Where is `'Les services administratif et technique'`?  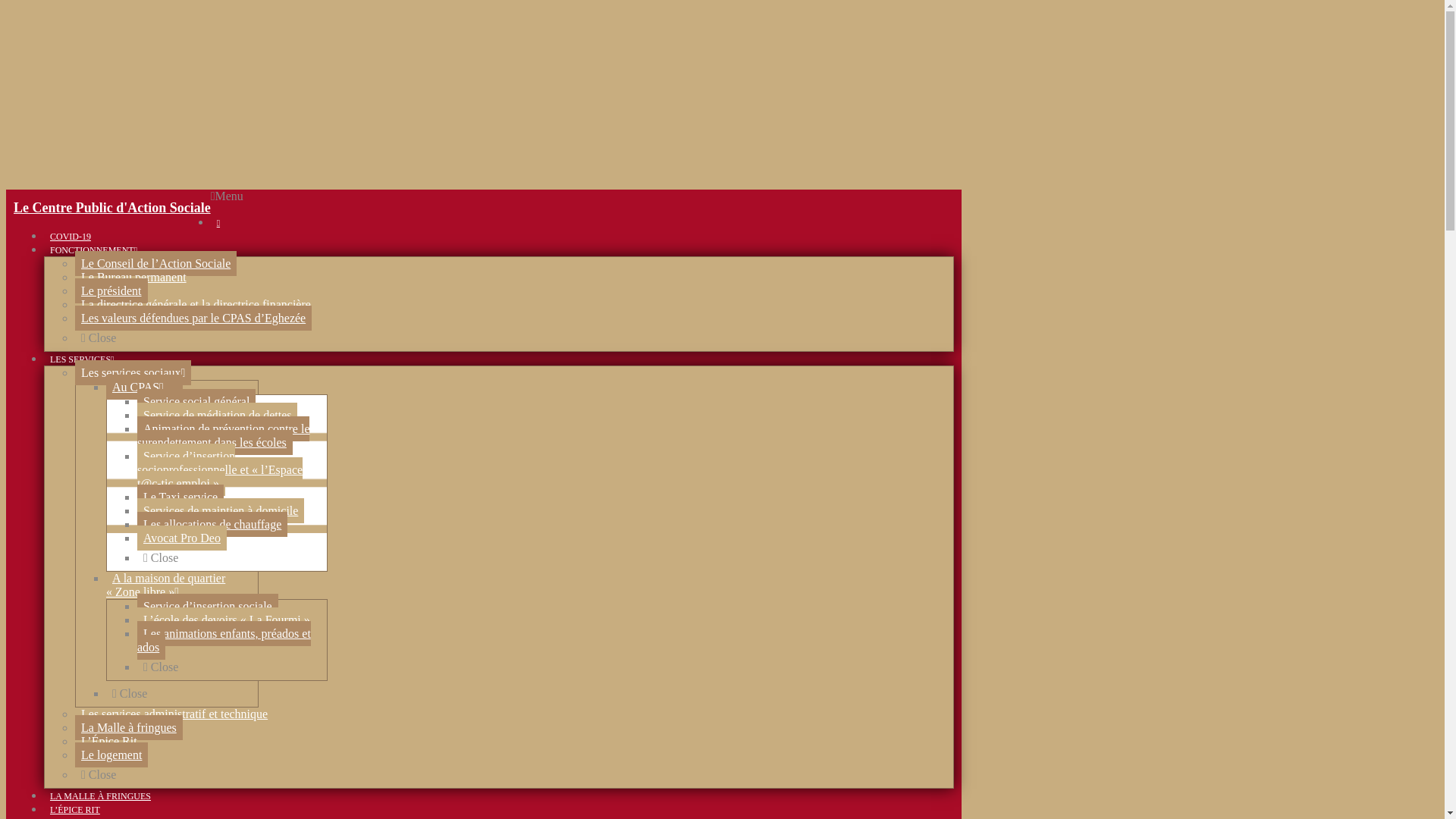 'Les services administratif et technique' is located at coordinates (74, 714).